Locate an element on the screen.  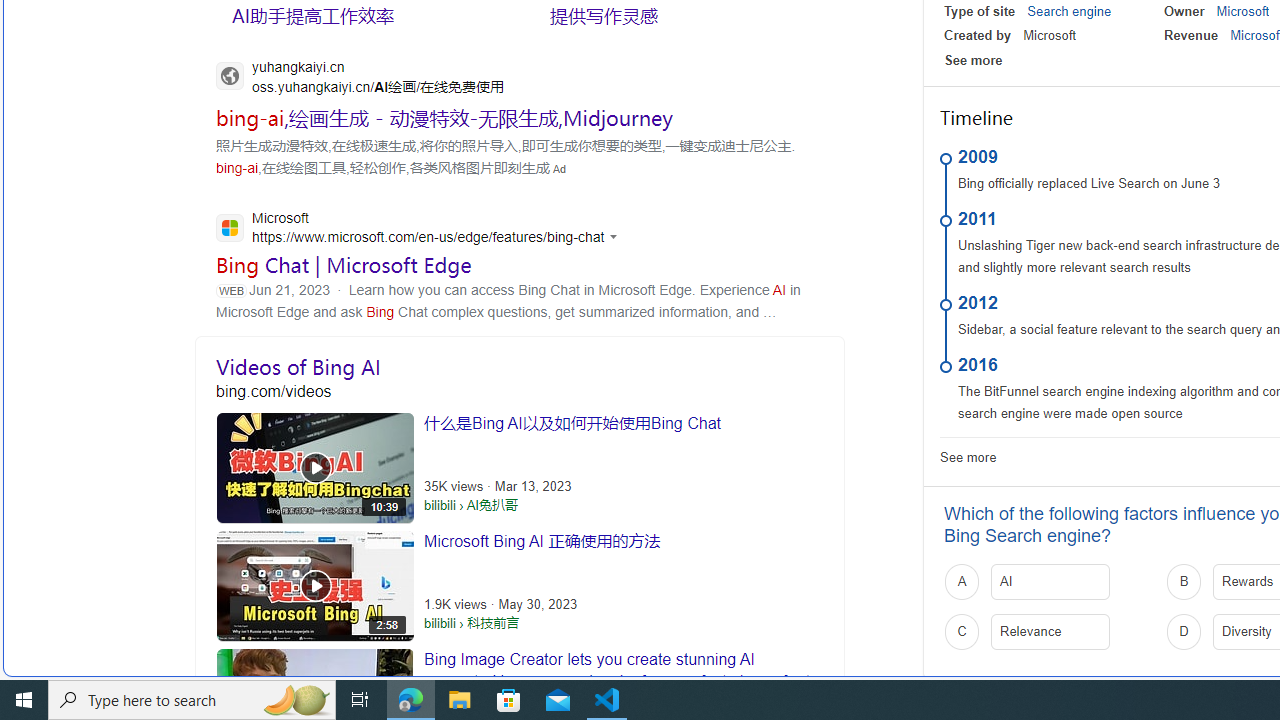
'C Relevance' is located at coordinates (1048, 631).